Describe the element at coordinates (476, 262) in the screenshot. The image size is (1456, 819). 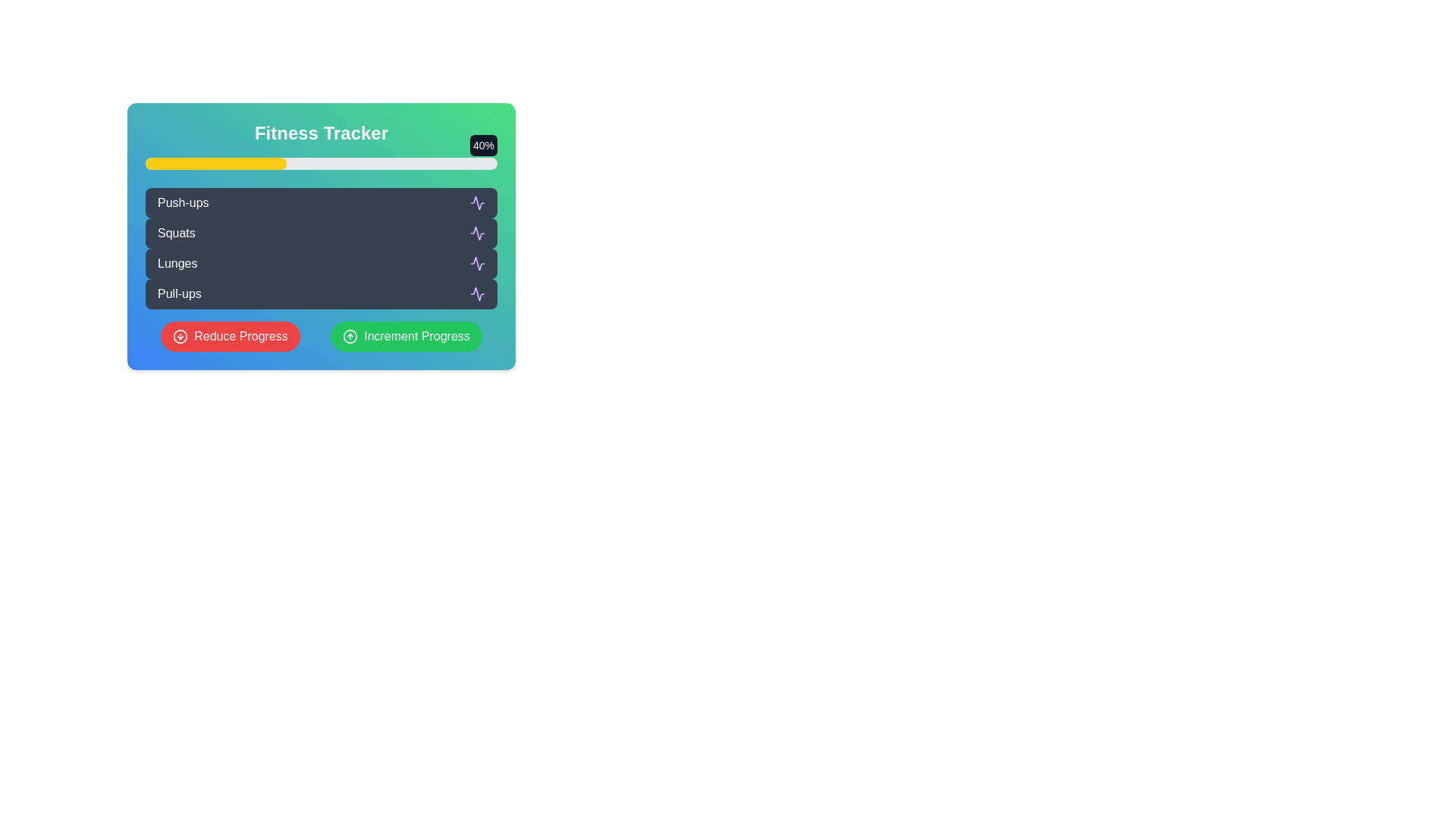
I see `the purple waveform icon in the third position of the list item labeled 'Lunges'` at that location.